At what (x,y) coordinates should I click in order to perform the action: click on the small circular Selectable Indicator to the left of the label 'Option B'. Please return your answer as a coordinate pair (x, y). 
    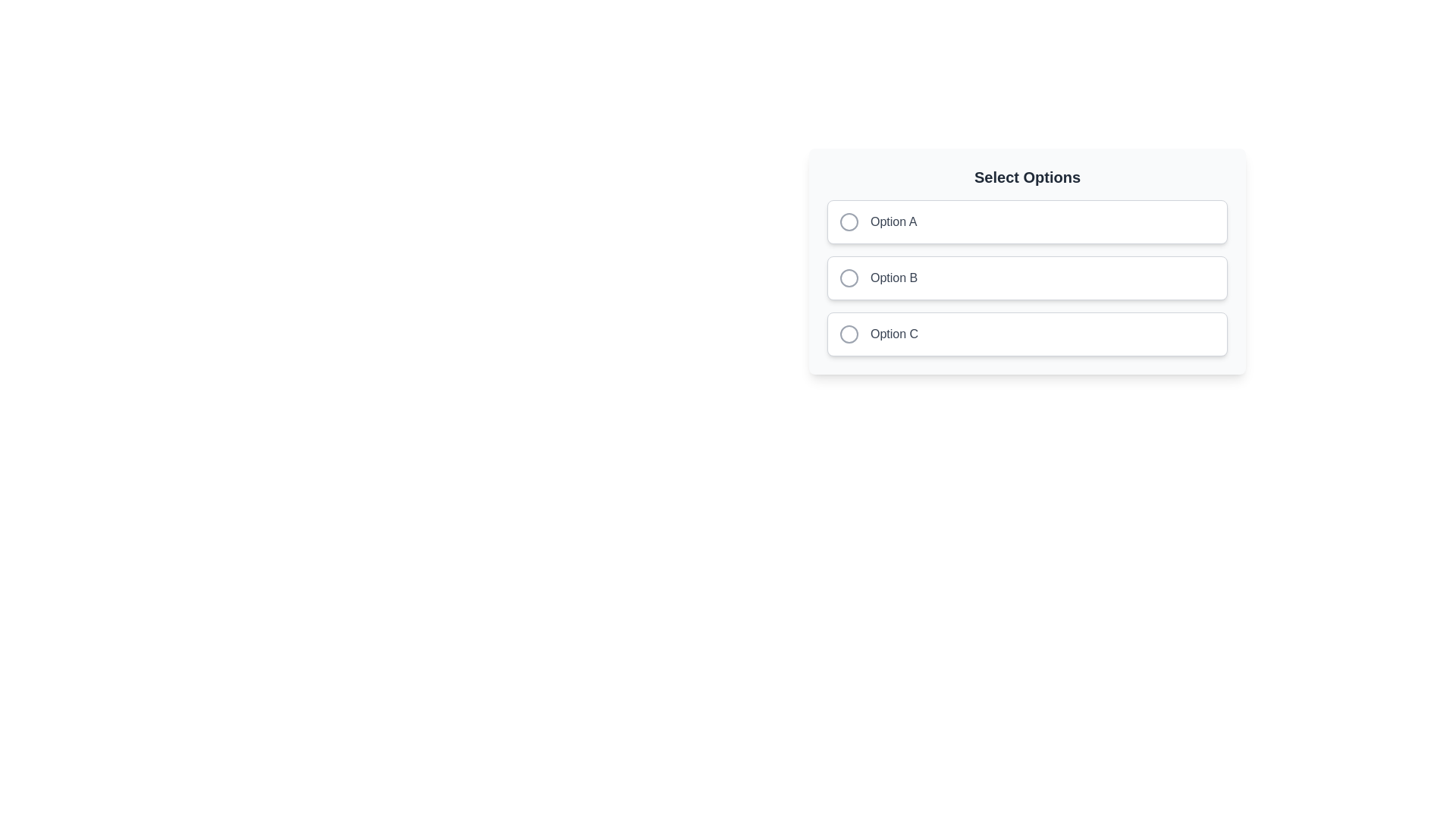
    Looking at the image, I should click on (848, 278).